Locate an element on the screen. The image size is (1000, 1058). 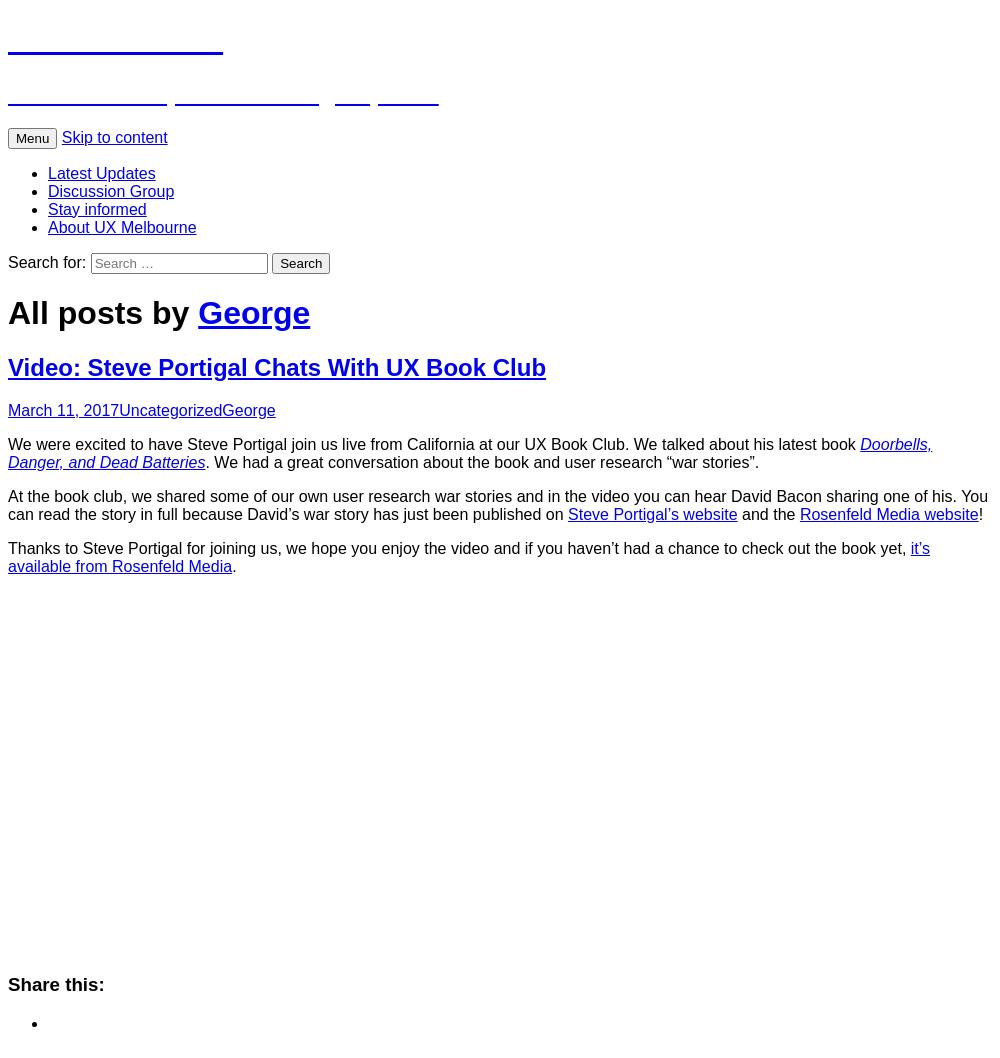
'Stay informed' is located at coordinates (48, 208).